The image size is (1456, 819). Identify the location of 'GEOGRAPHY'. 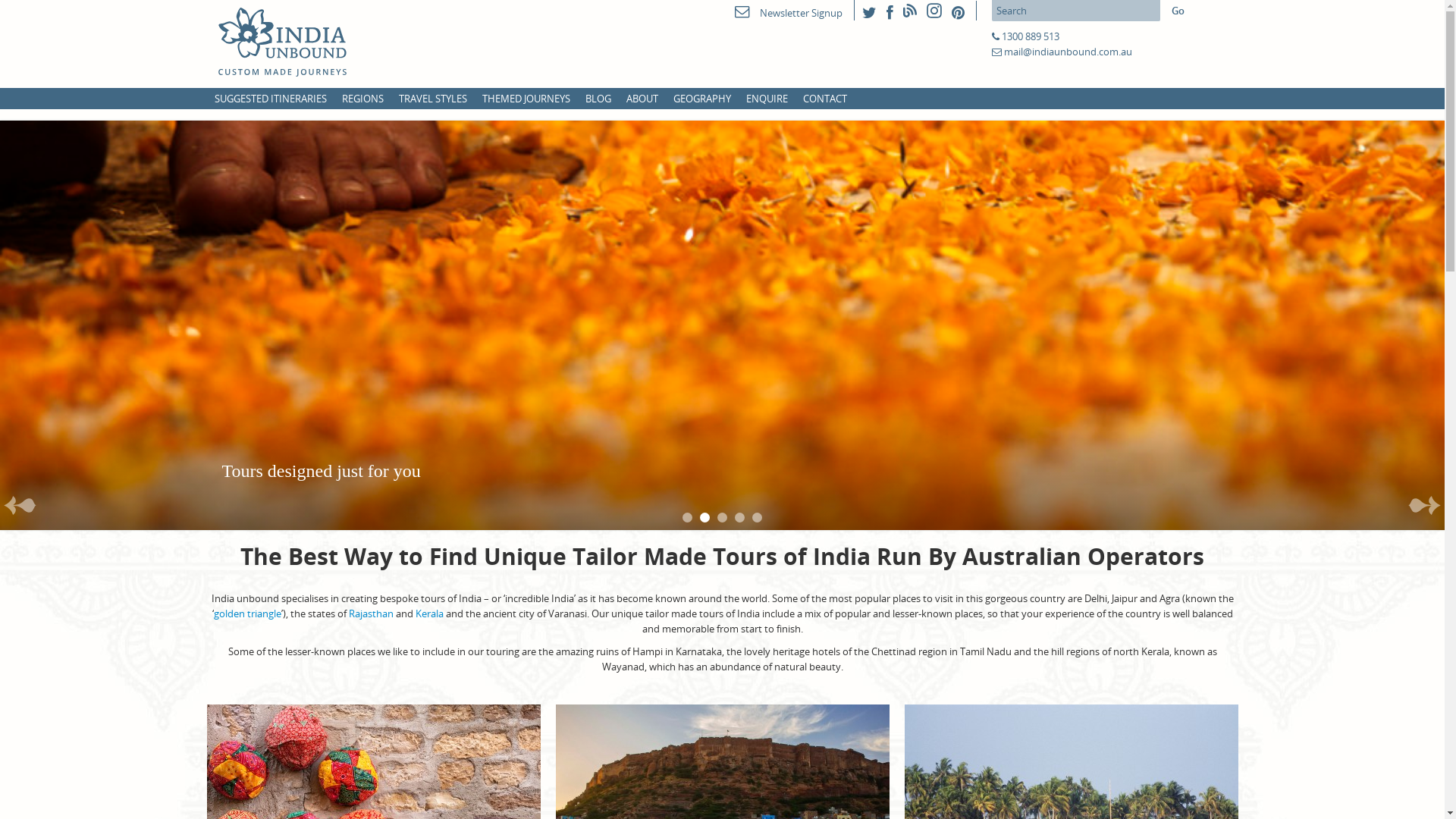
(701, 99).